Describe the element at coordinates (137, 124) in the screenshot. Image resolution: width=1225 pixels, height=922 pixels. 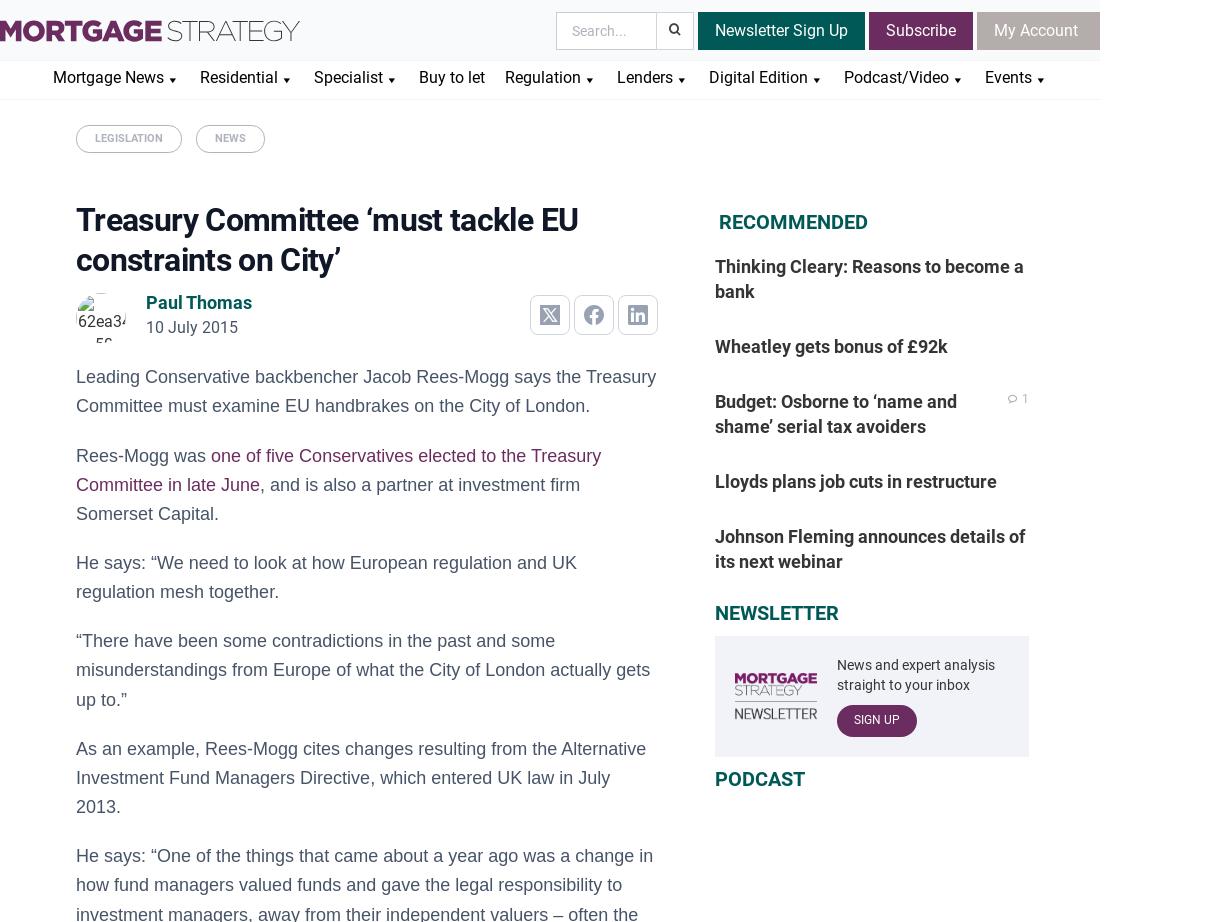
I see `'Autumn Statement 2023'` at that location.